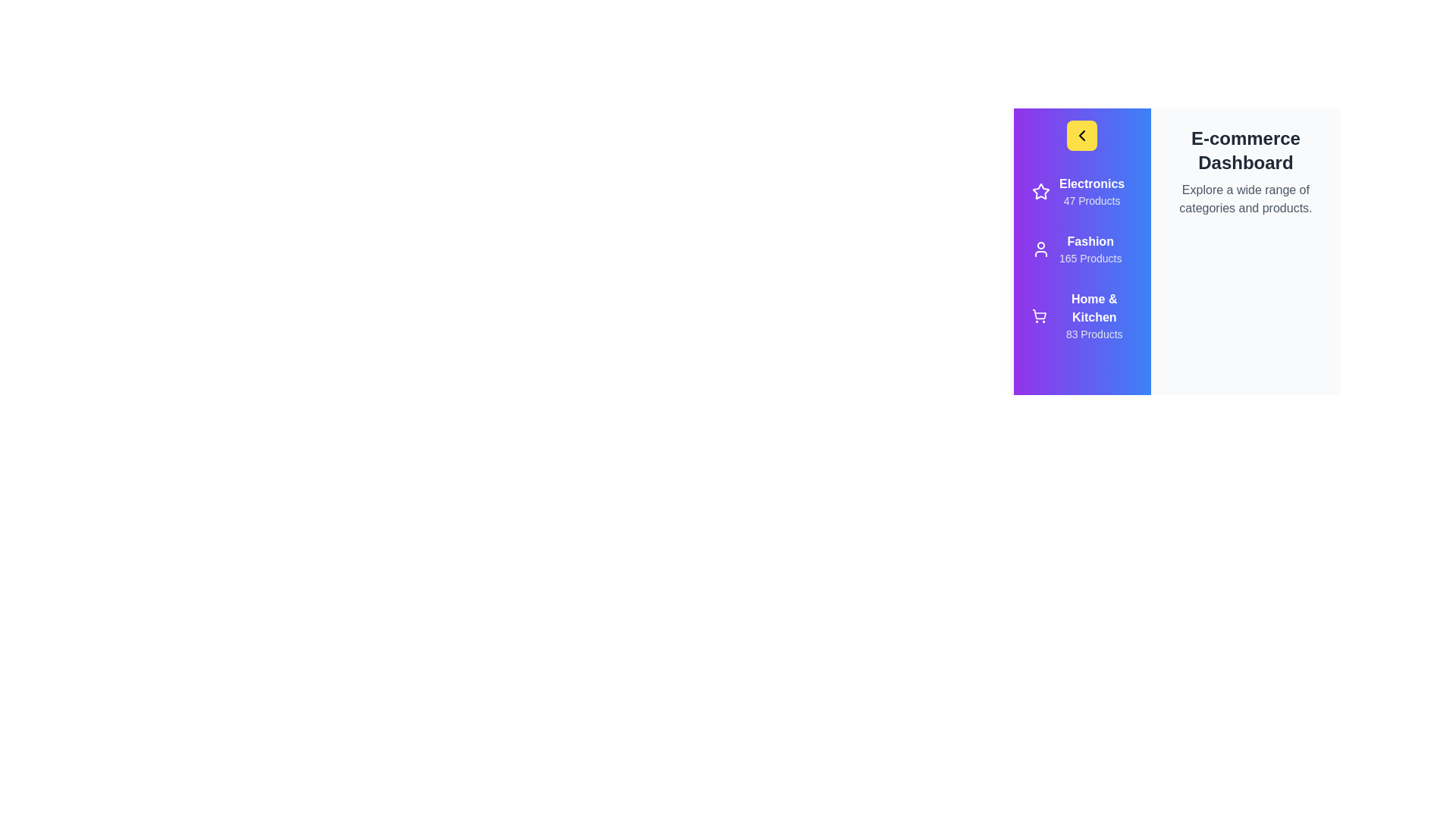  What do you see at coordinates (1081, 134) in the screenshot?
I see `toggle button to change the sidebar's state` at bounding box center [1081, 134].